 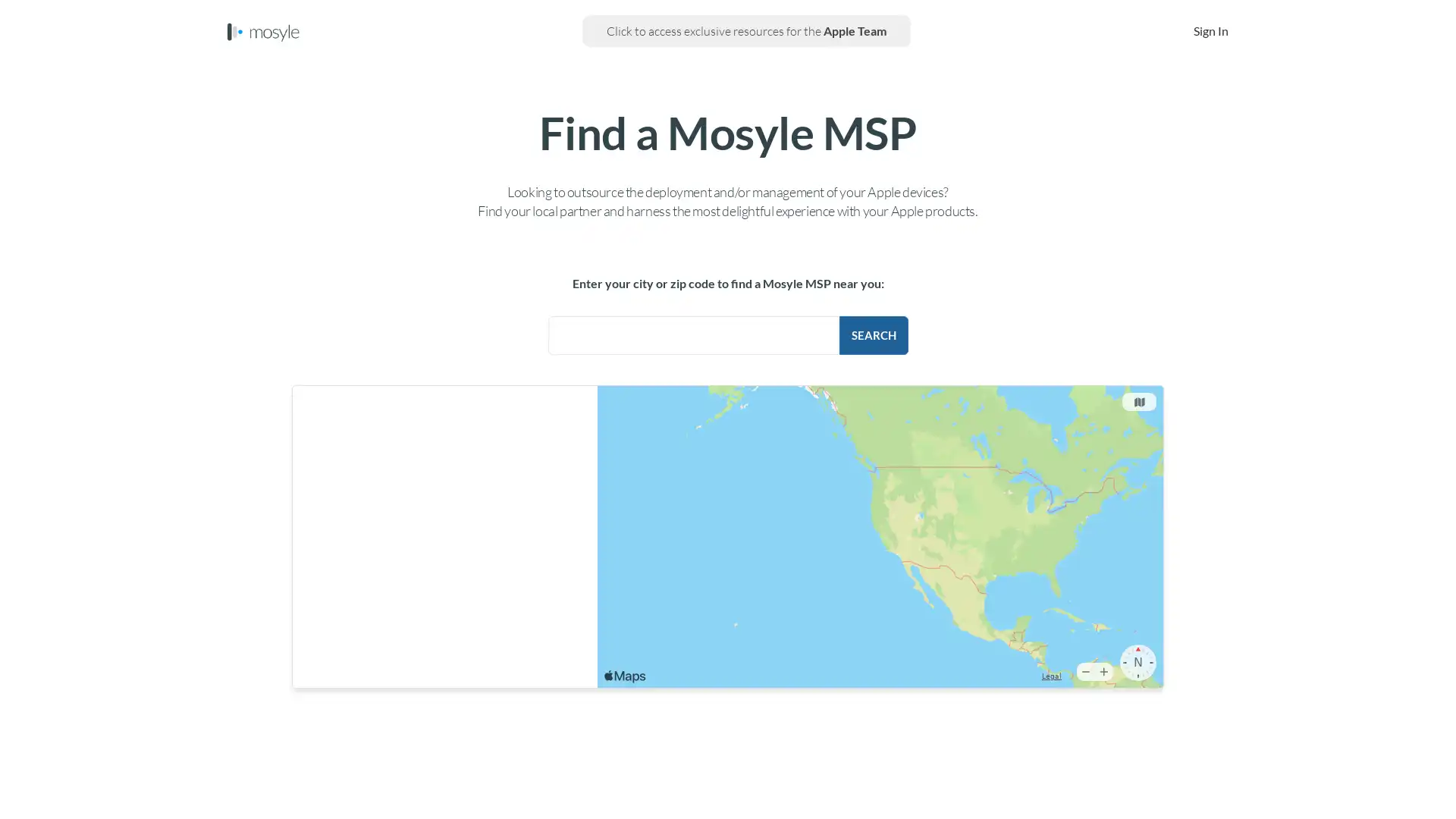 What do you see at coordinates (1138, 400) in the screenshot?
I see `Change the map type` at bounding box center [1138, 400].